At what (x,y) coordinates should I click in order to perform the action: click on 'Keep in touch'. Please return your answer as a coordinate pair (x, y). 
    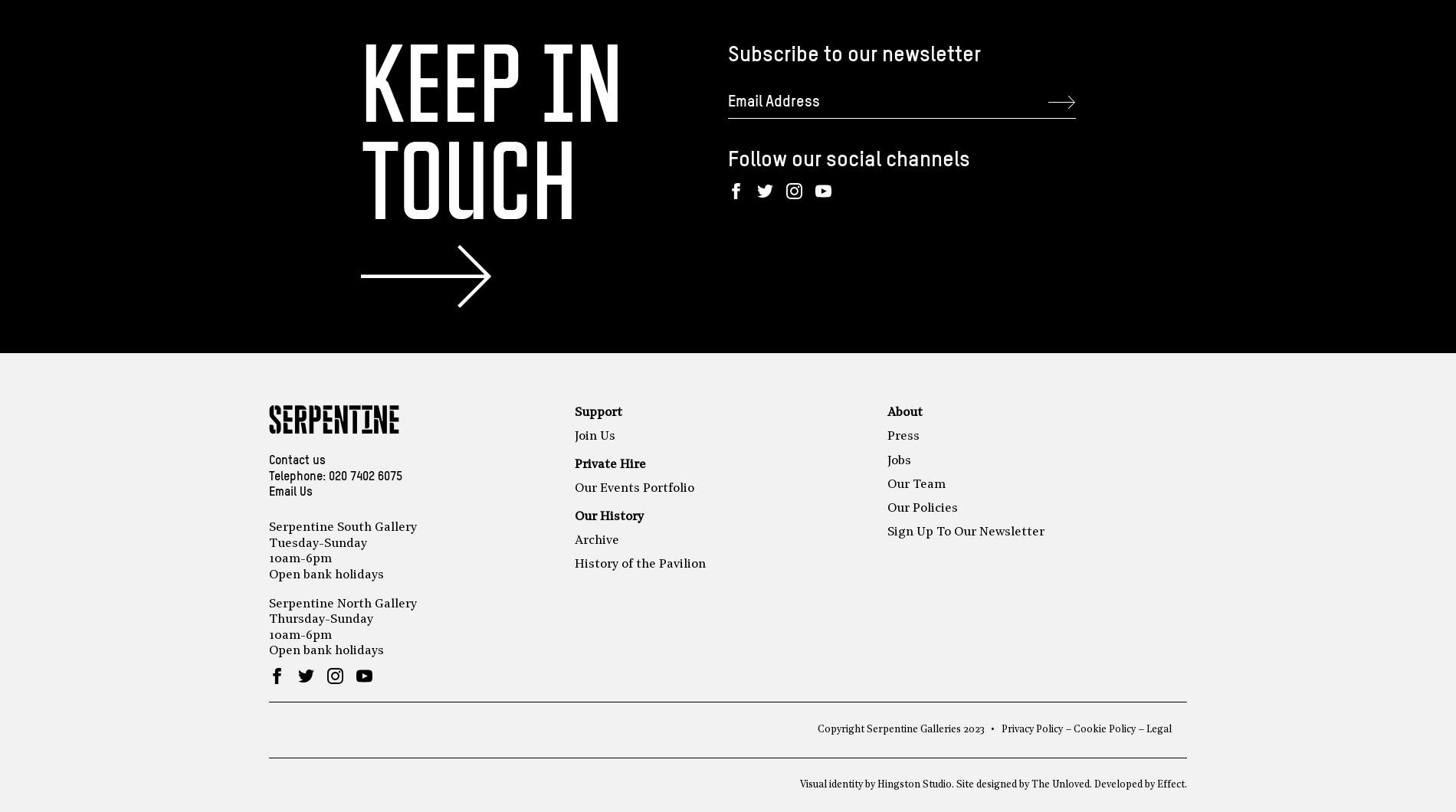
    Looking at the image, I should click on (491, 130).